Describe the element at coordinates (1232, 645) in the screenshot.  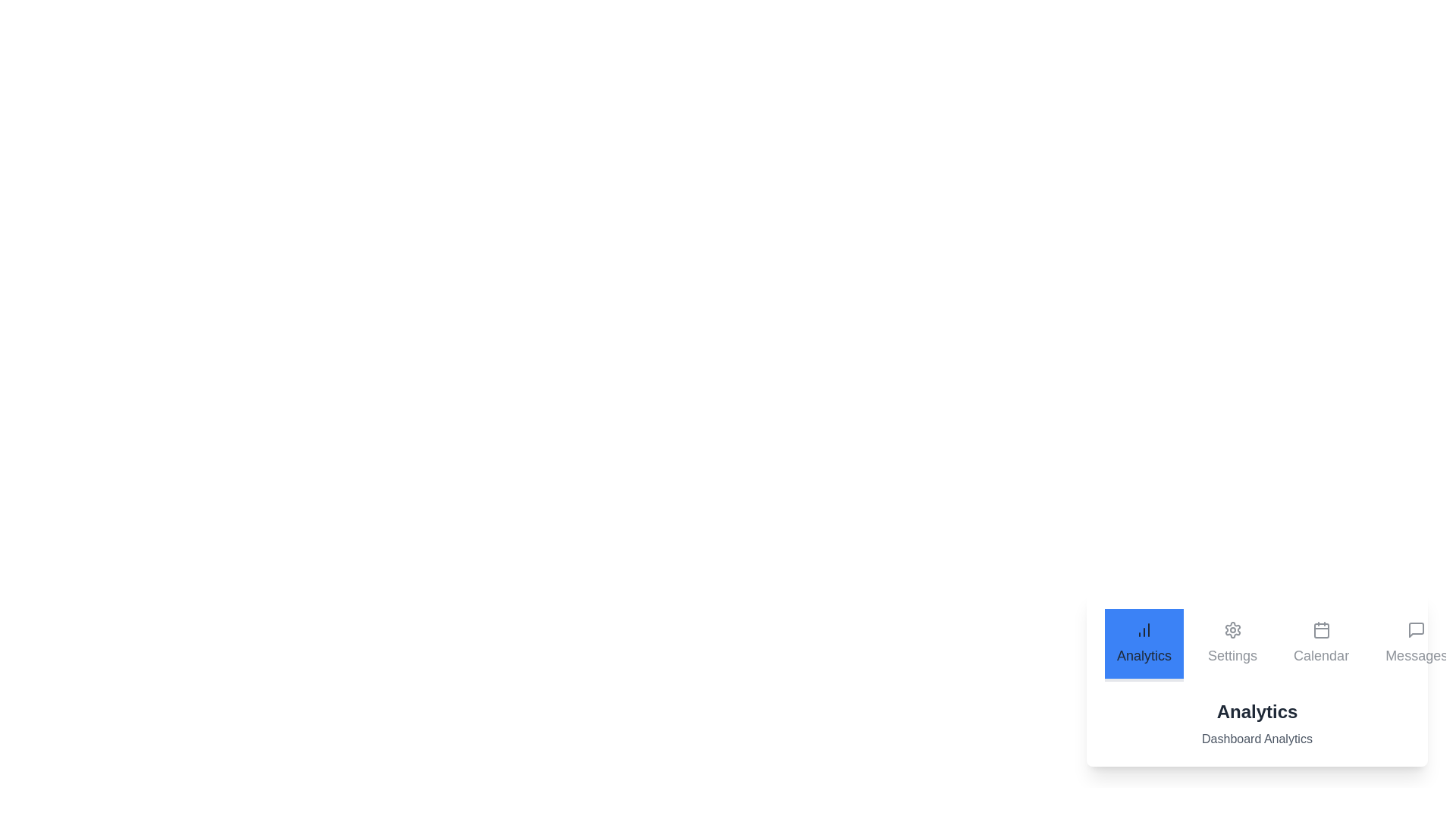
I see `the Settings tab` at that location.